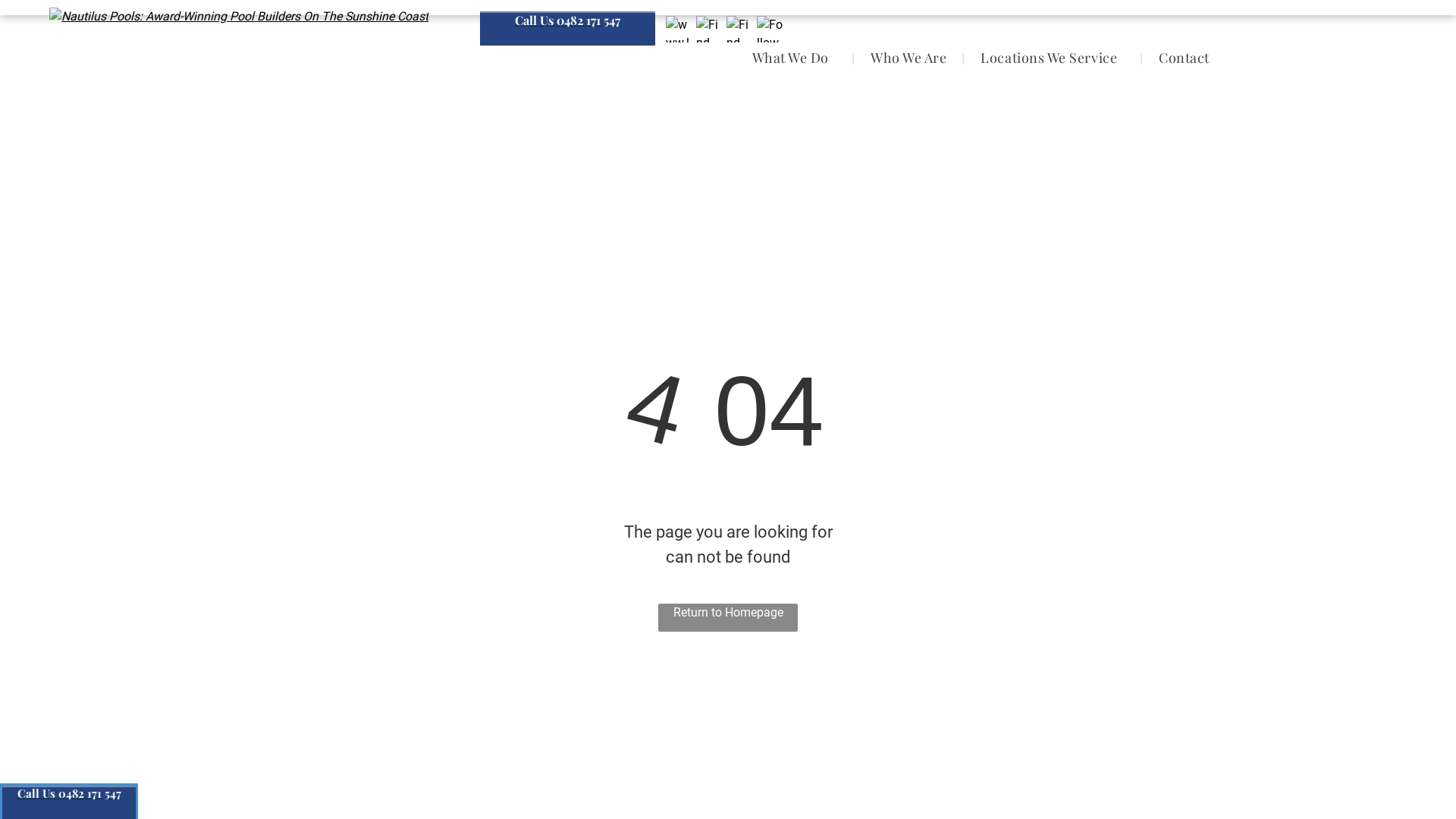 This screenshot has height=819, width=1456. What do you see at coordinates (728, 617) in the screenshot?
I see `'Return to Homepage'` at bounding box center [728, 617].